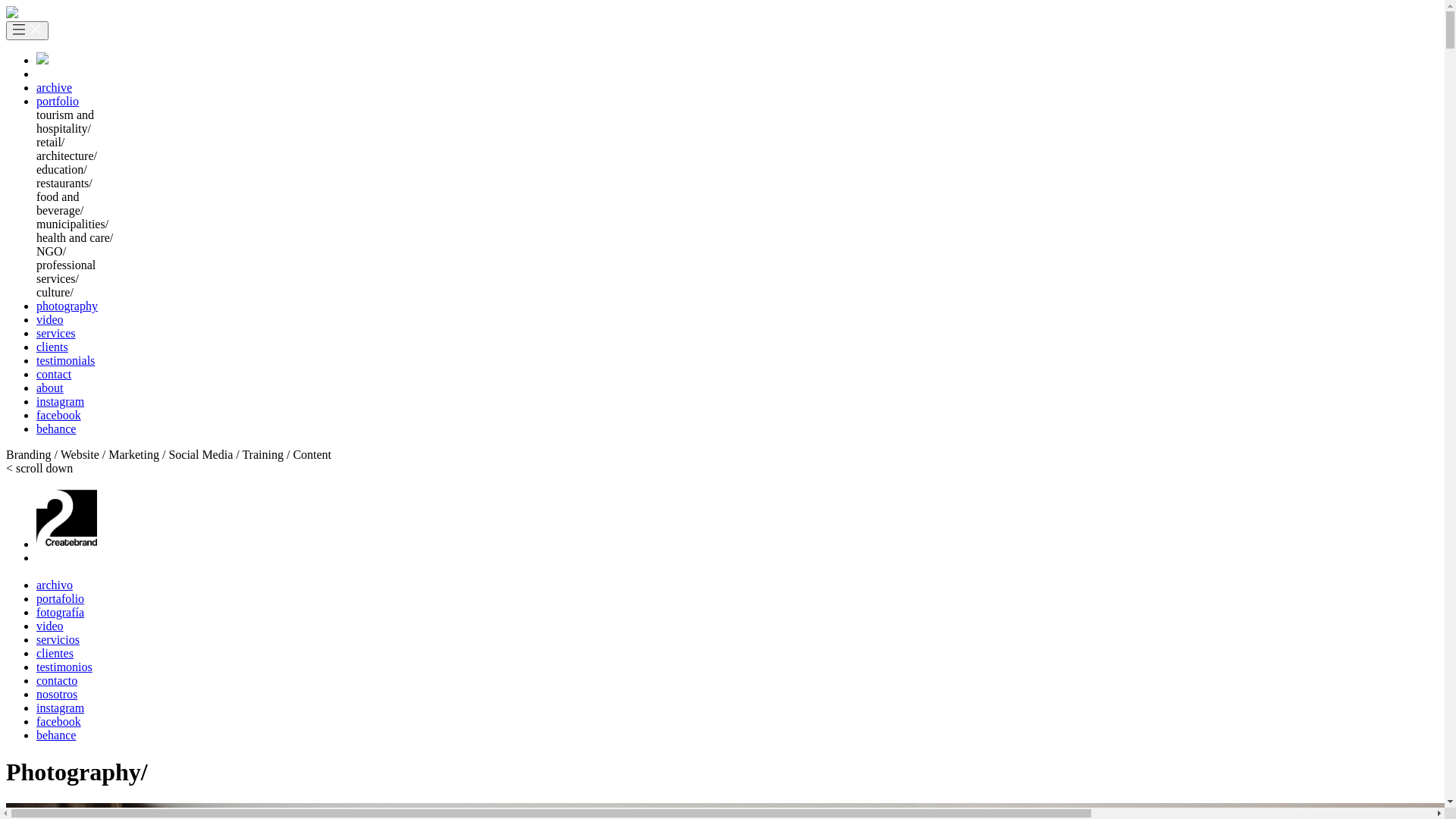 This screenshot has width=1456, height=819. I want to click on 'behance', so click(55, 734).